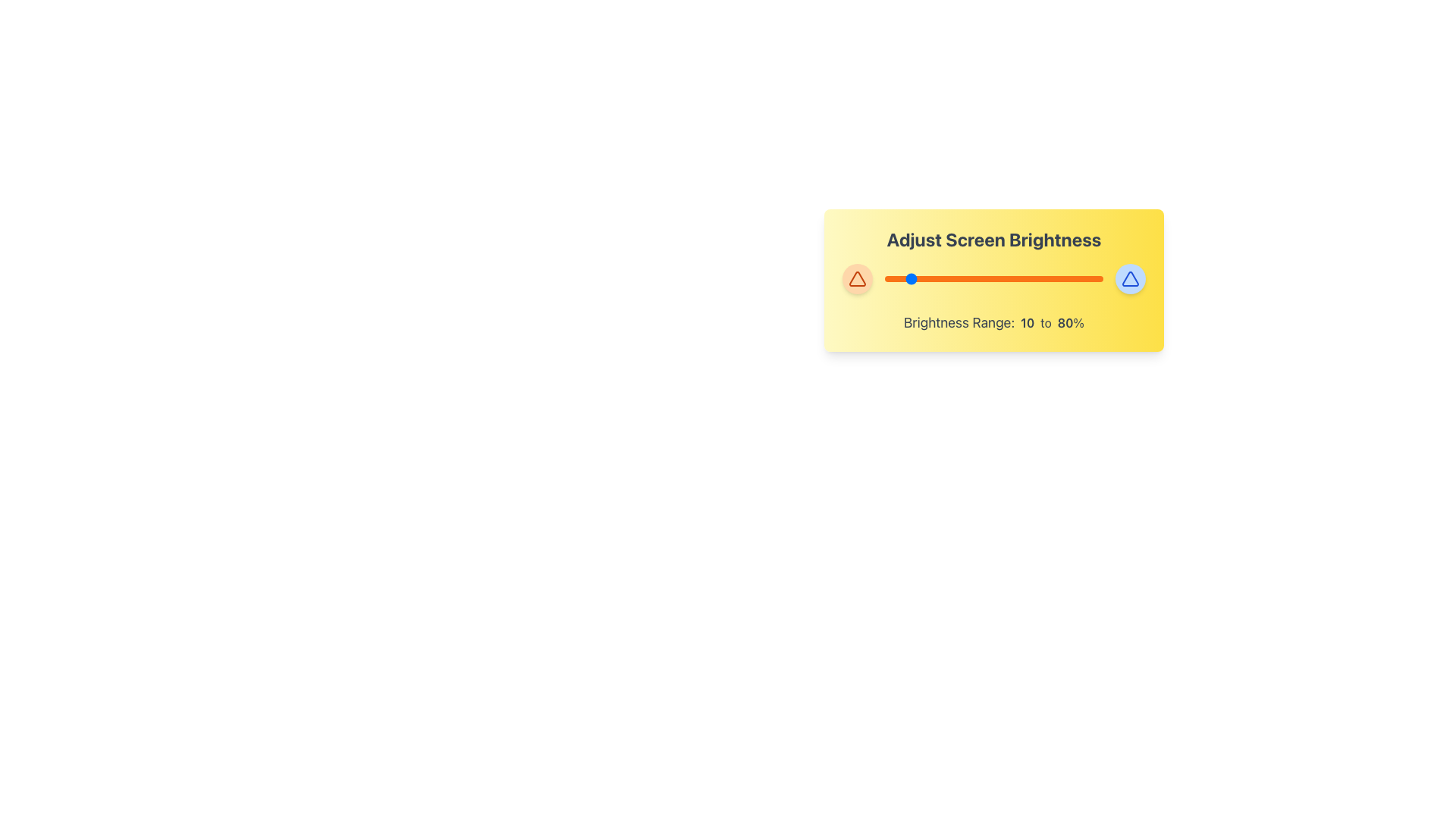 The width and height of the screenshot is (1456, 819). Describe the element at coordinates (1065, 278) in the screenshot. I see `the brightness` at that location.